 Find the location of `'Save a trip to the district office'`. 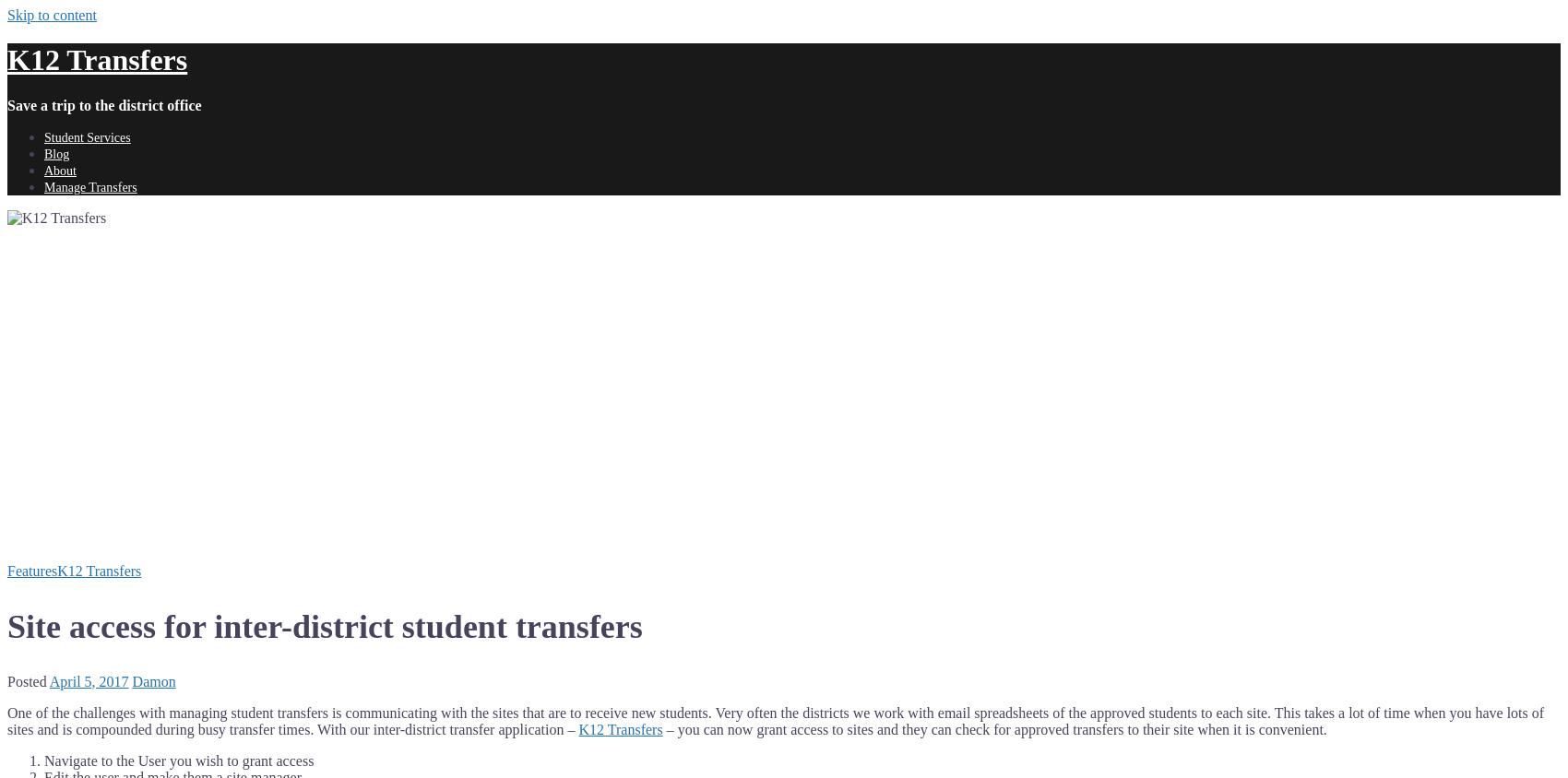

'Save a trip to the district office' is located at coordinates (103, 104).